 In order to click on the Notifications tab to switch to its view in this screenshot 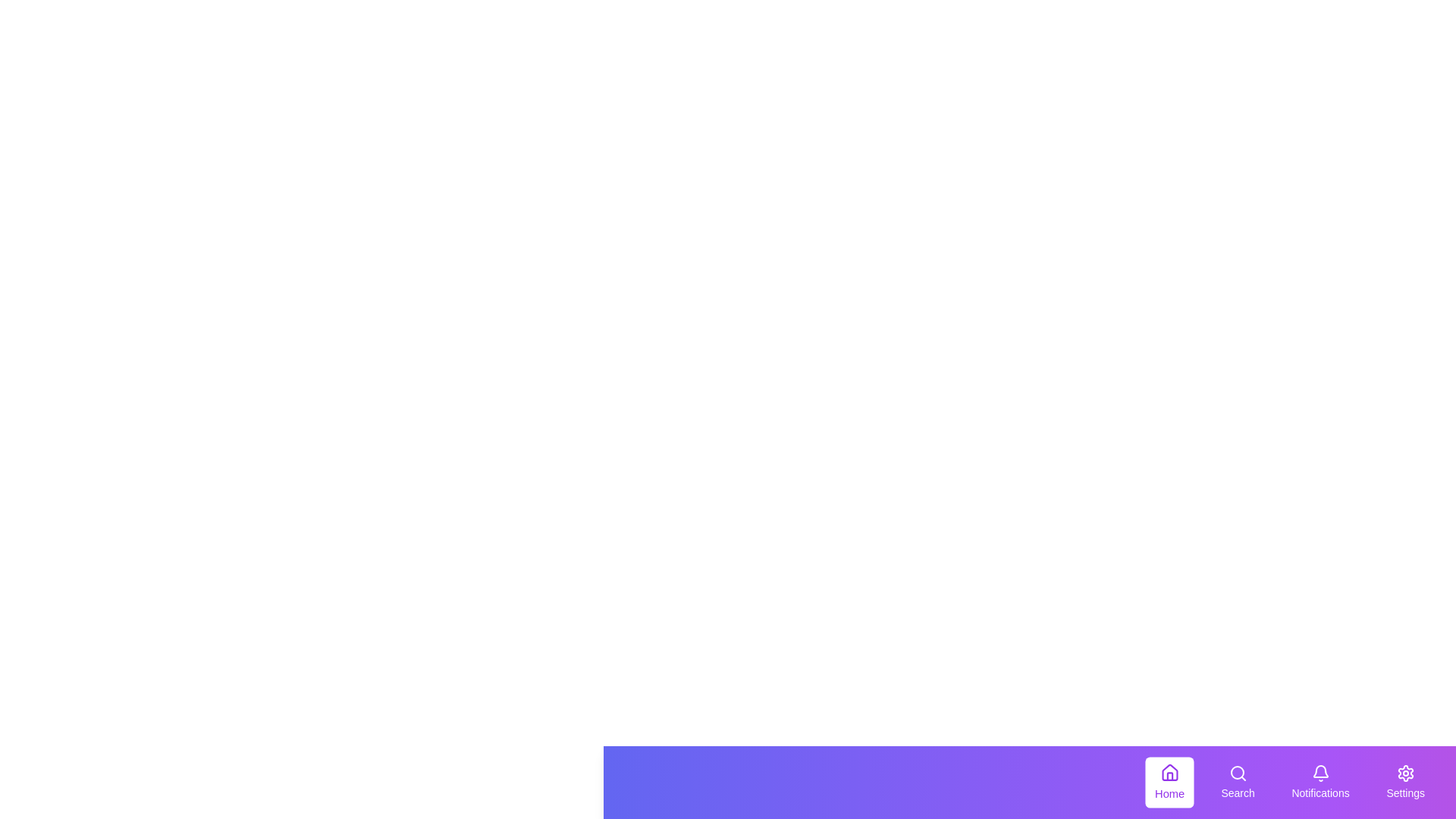, I will do `click(1319, 783)`.